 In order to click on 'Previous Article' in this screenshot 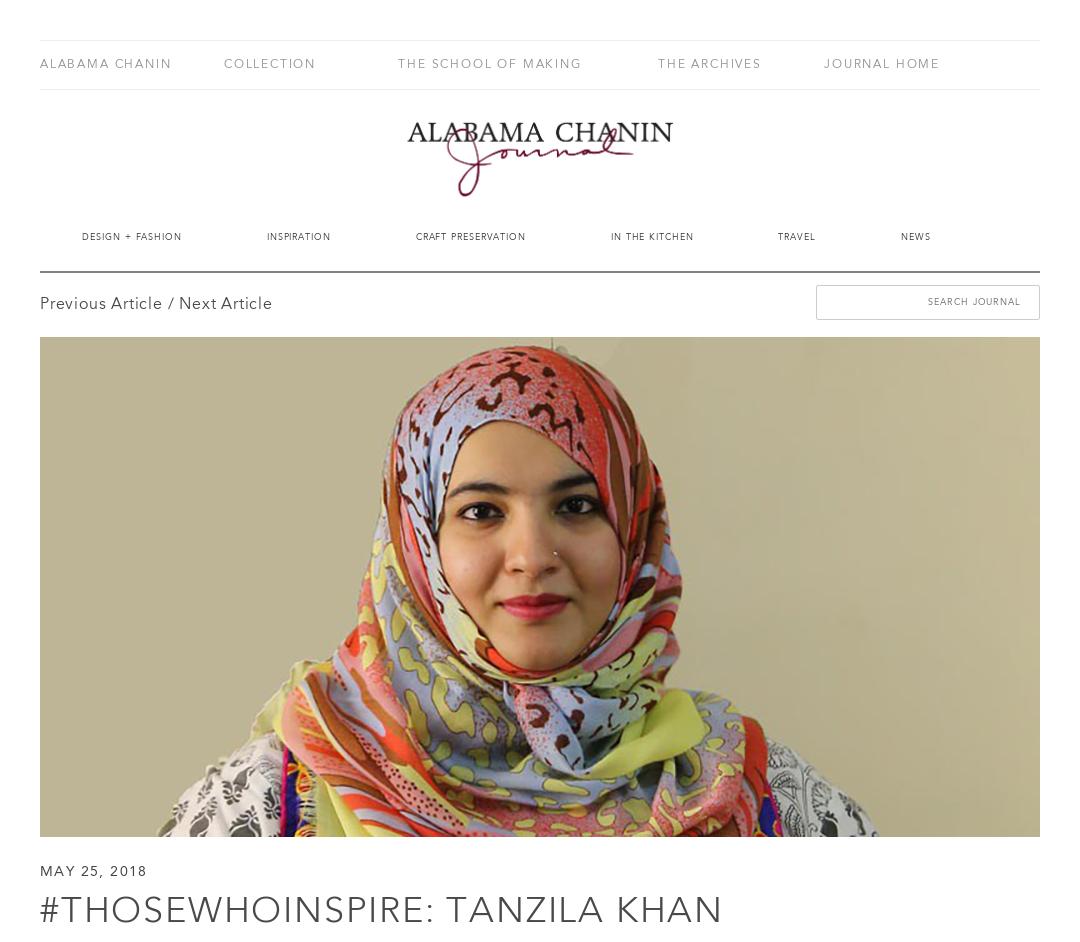, I will do `click(100, 305)`.